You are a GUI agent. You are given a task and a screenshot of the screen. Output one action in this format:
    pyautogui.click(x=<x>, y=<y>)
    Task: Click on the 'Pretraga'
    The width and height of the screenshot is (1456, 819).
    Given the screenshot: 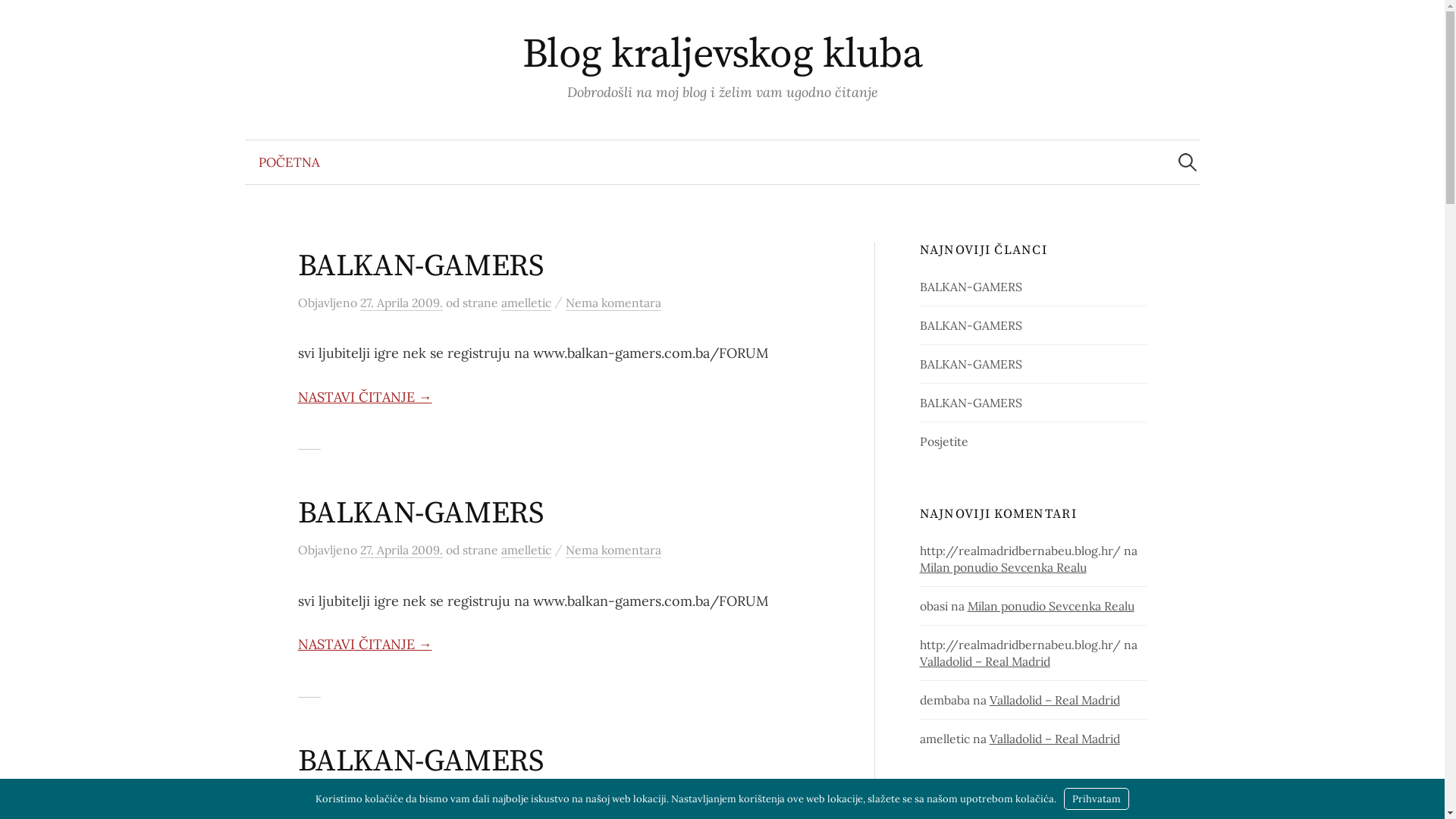 What is the action you would take?
    pyautogui.click(x=18, y=18)
    